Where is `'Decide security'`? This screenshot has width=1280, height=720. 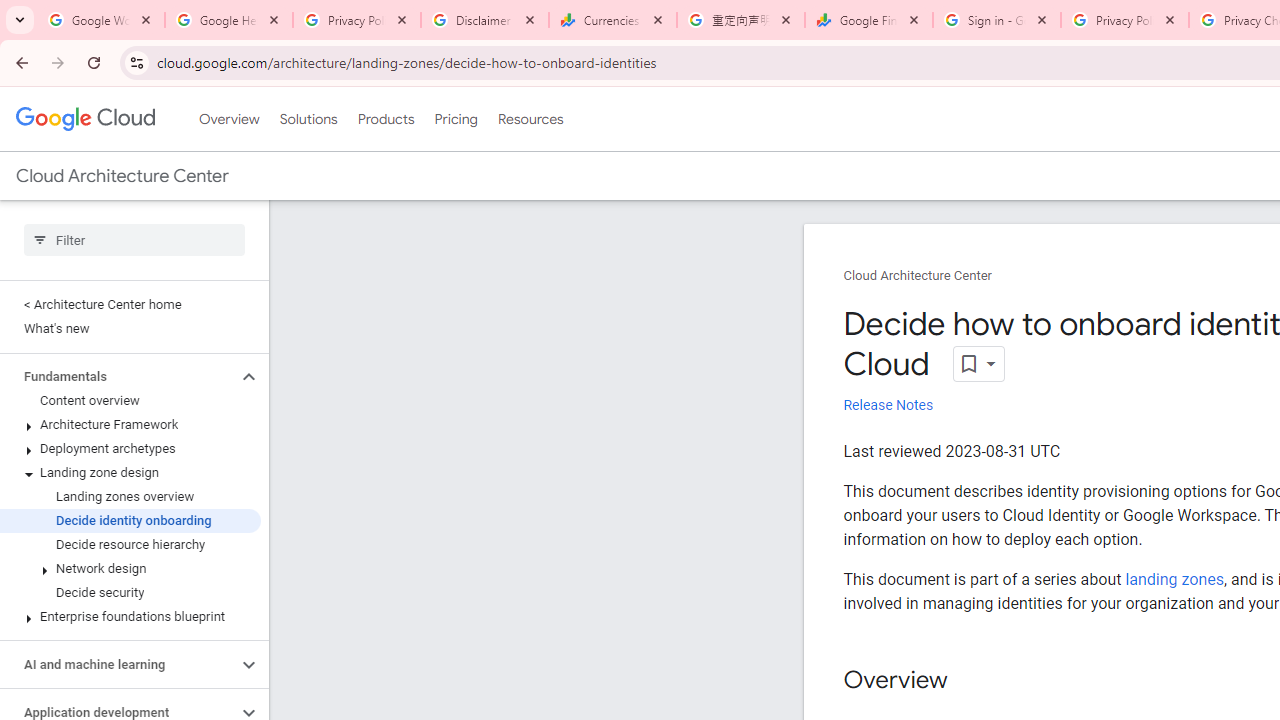
'Decide security' is located at coordinates (129, 591).